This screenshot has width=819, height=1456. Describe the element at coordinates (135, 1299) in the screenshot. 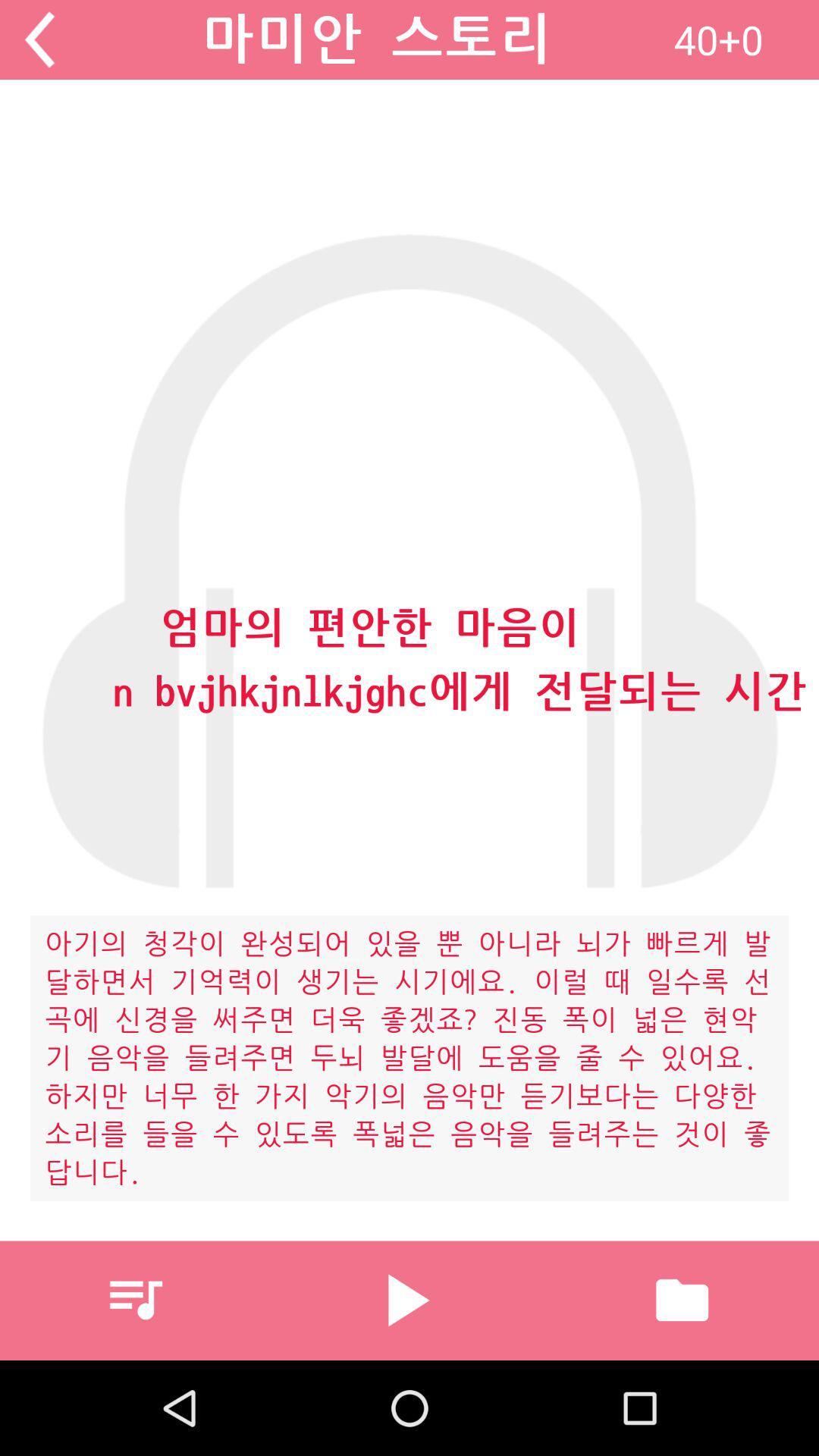

I see `icon at the bottom left corner` at that location.